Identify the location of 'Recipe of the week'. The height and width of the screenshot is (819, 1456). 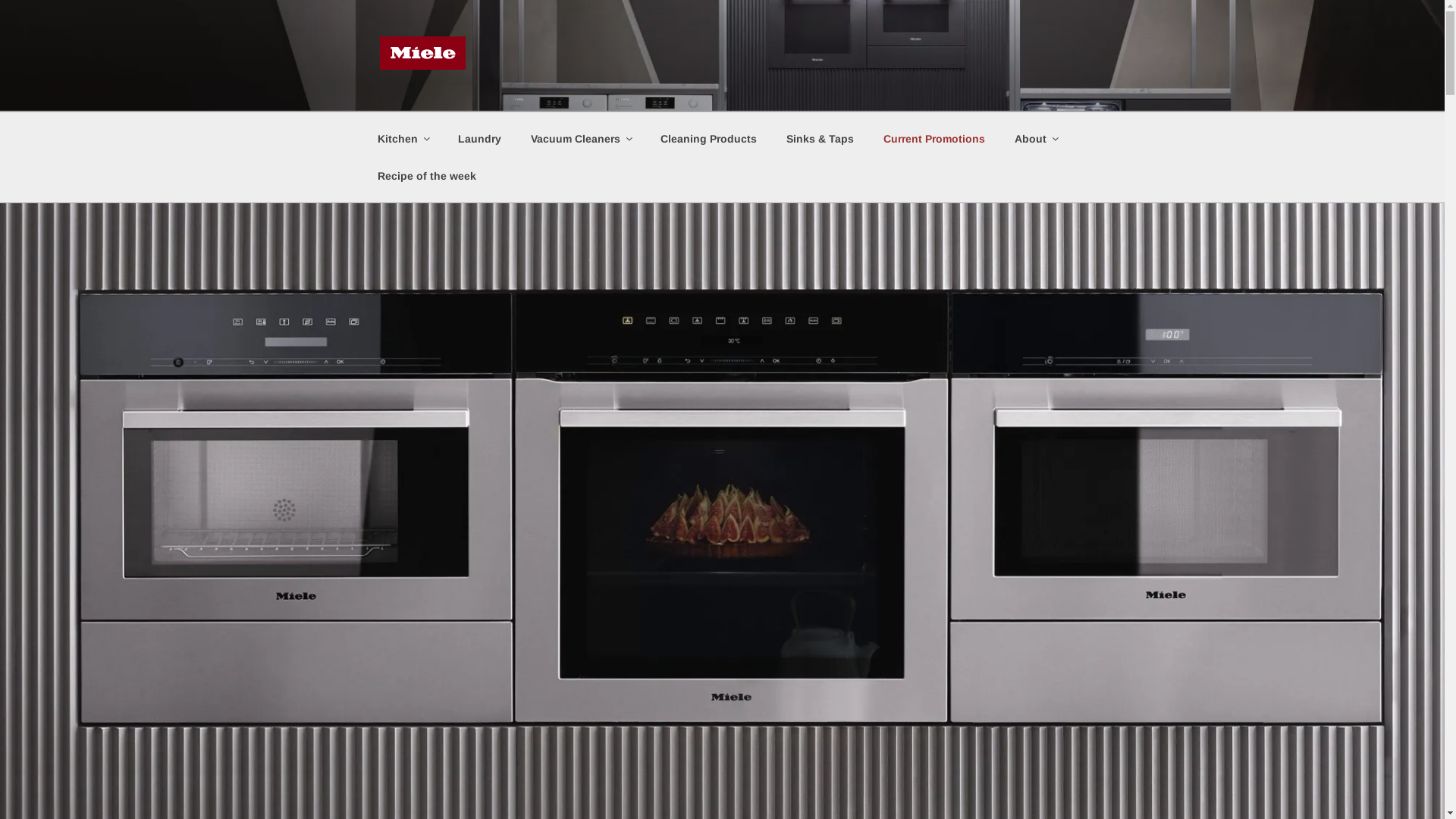
(364, 175).